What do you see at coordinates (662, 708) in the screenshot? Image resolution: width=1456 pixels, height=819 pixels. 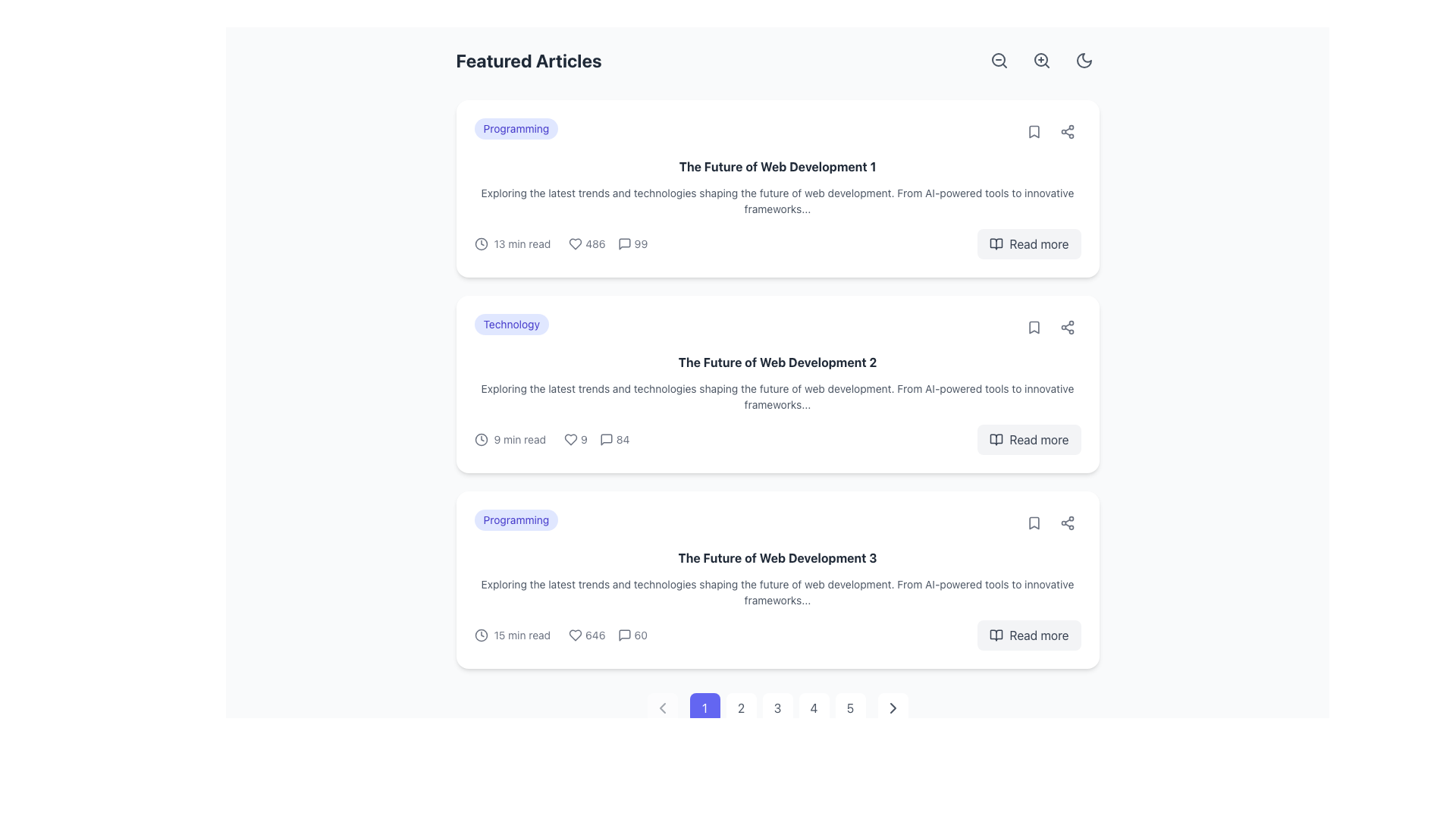 I see `the Chevron icon located at the left of the pagination controls` at bounding box center [662, 708].